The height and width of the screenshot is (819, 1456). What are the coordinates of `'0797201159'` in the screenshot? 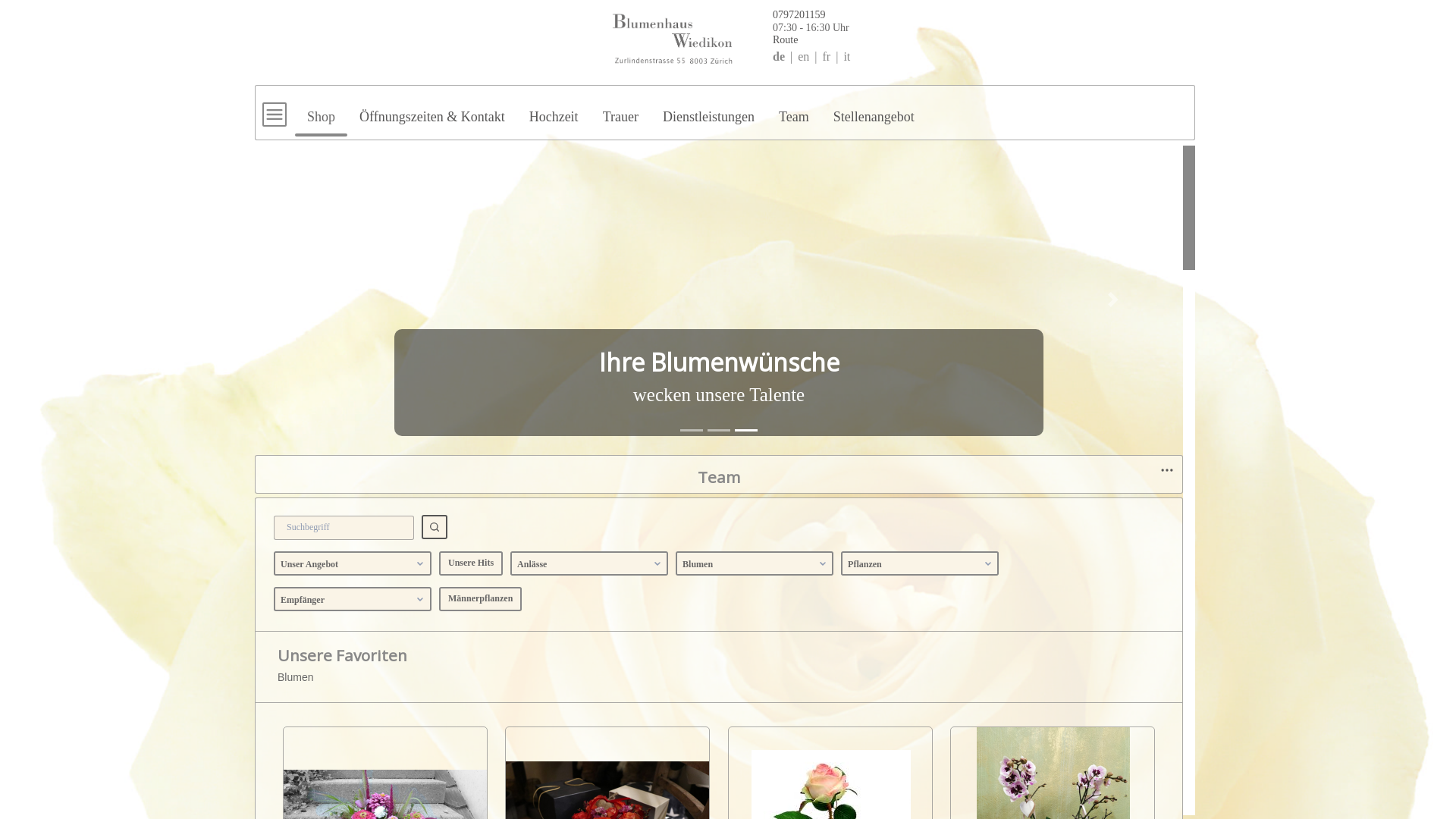 It's located at (733, 13).